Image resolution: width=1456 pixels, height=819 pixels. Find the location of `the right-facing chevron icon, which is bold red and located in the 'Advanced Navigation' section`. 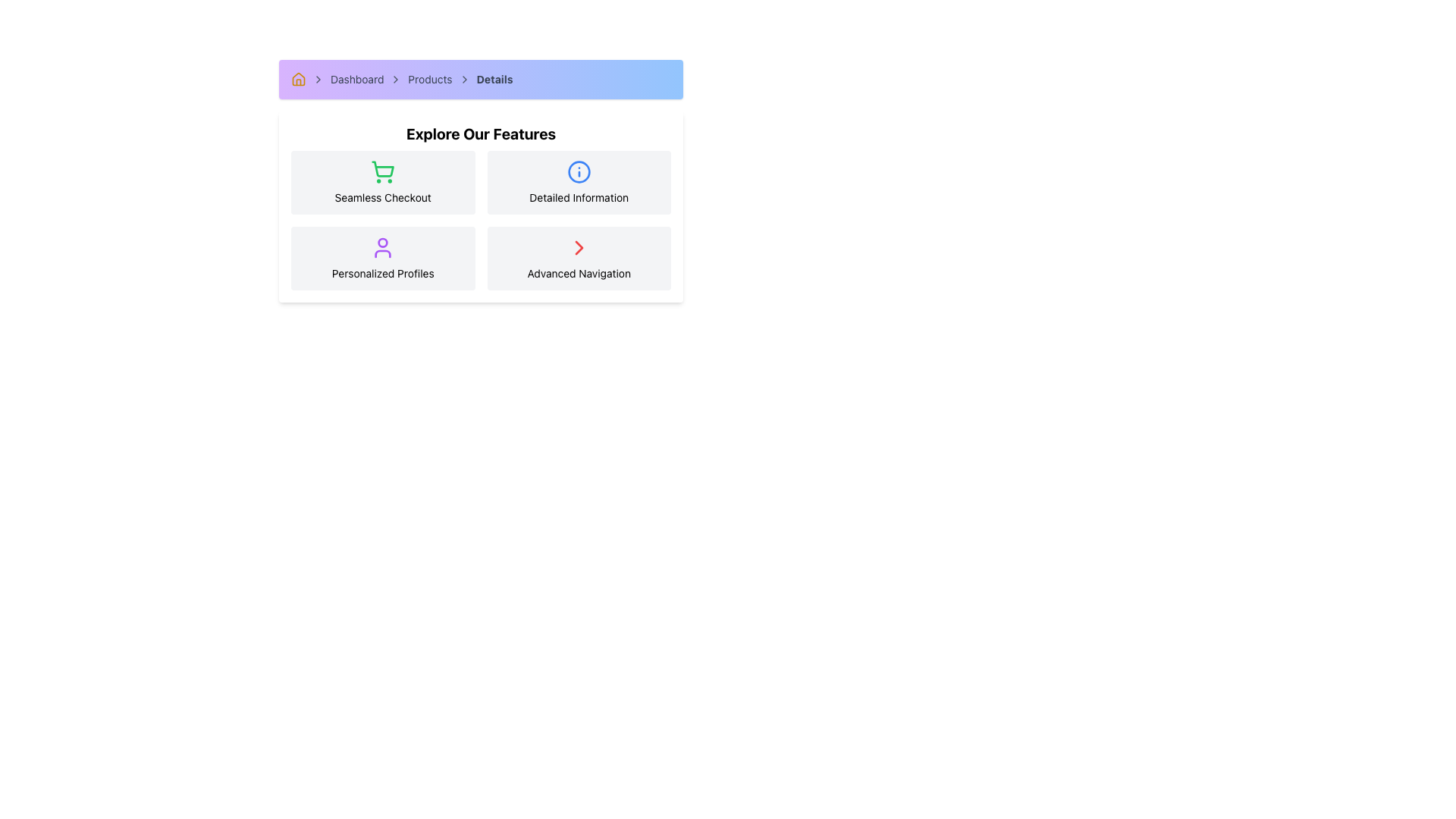

the right-facing chevron icon, which is bold red and located in the 'Advanced Navigation' section is located at coordinates (578, 247).